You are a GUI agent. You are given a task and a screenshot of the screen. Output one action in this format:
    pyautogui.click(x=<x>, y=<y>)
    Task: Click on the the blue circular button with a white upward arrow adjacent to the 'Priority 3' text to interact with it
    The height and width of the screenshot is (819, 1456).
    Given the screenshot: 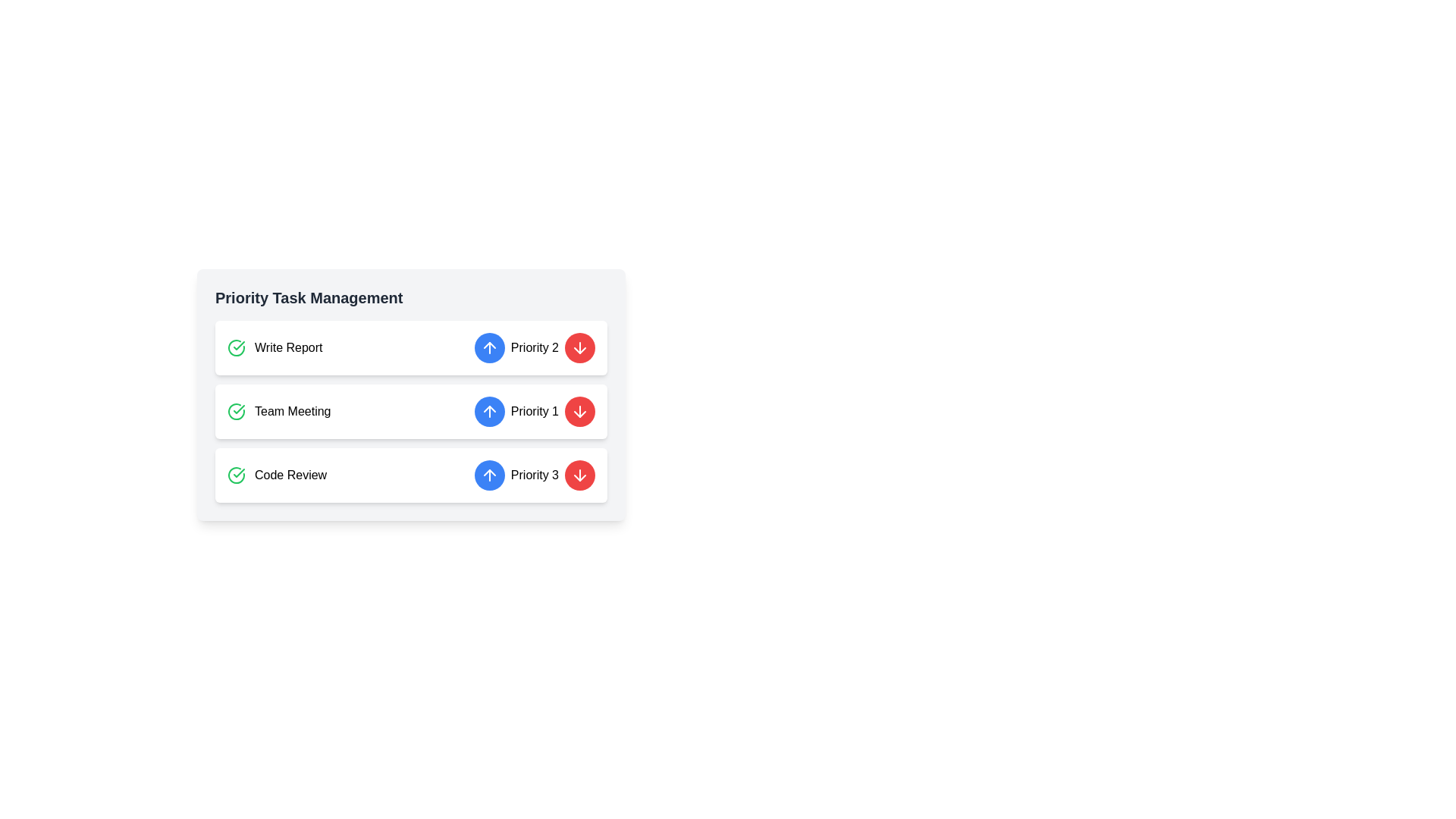 What is the action you would take?
    pyautogui.click(x=489, y=475)
    